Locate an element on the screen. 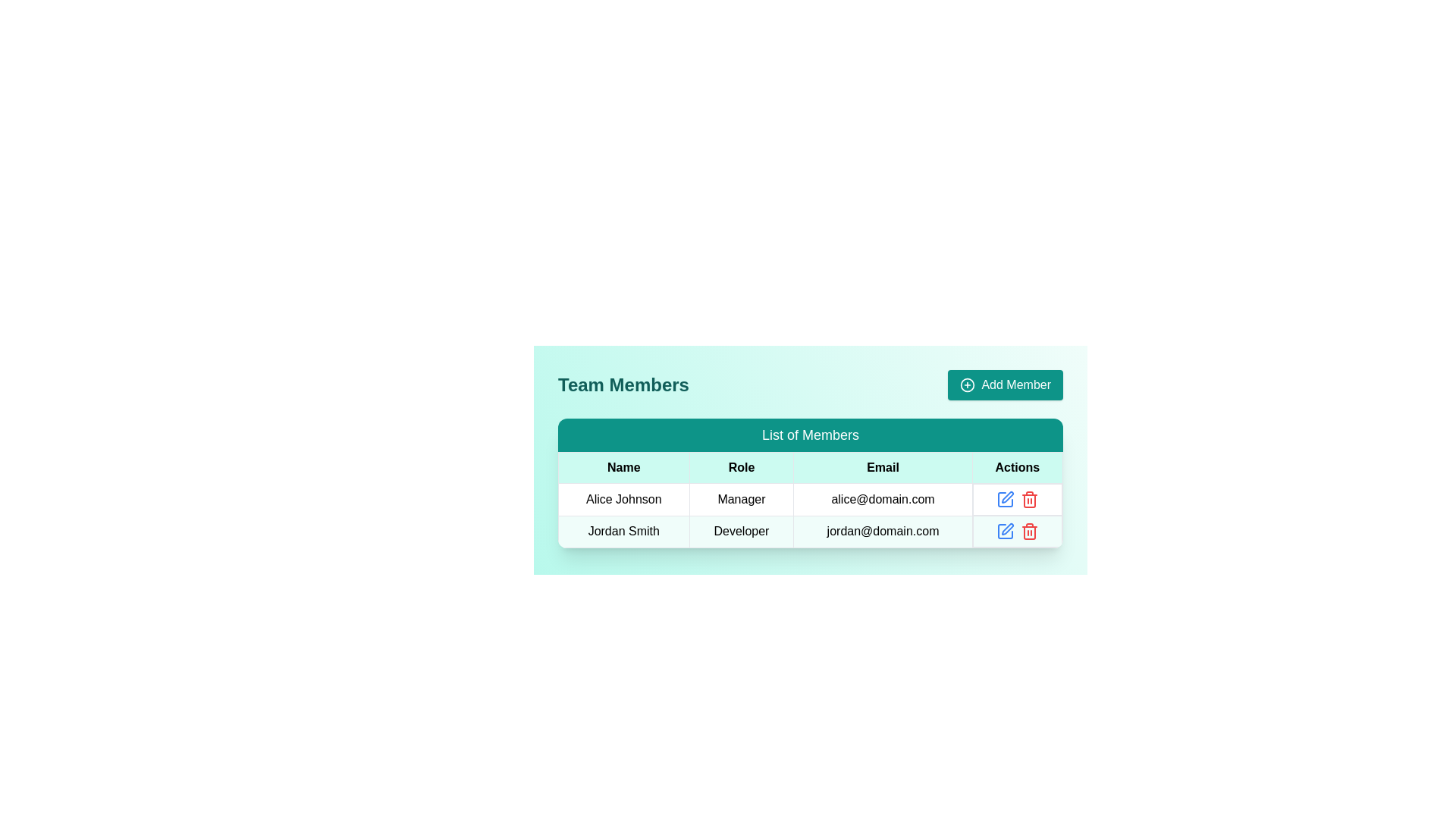  the 'Email' table header cell, which is the third item is located at coordinates (883, 467).